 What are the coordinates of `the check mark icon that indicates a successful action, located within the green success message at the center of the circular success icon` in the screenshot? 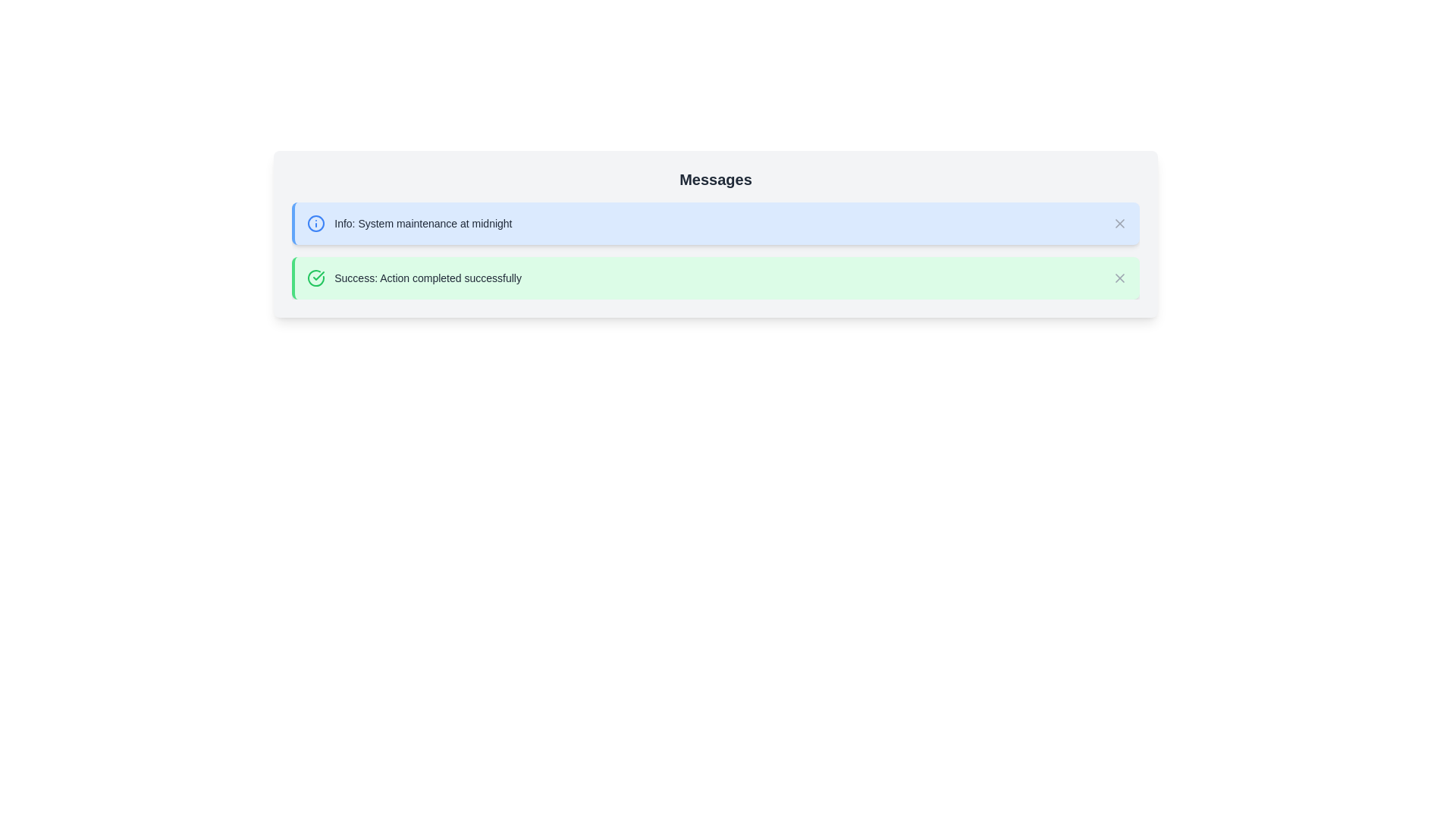 It's located at (318, 275).